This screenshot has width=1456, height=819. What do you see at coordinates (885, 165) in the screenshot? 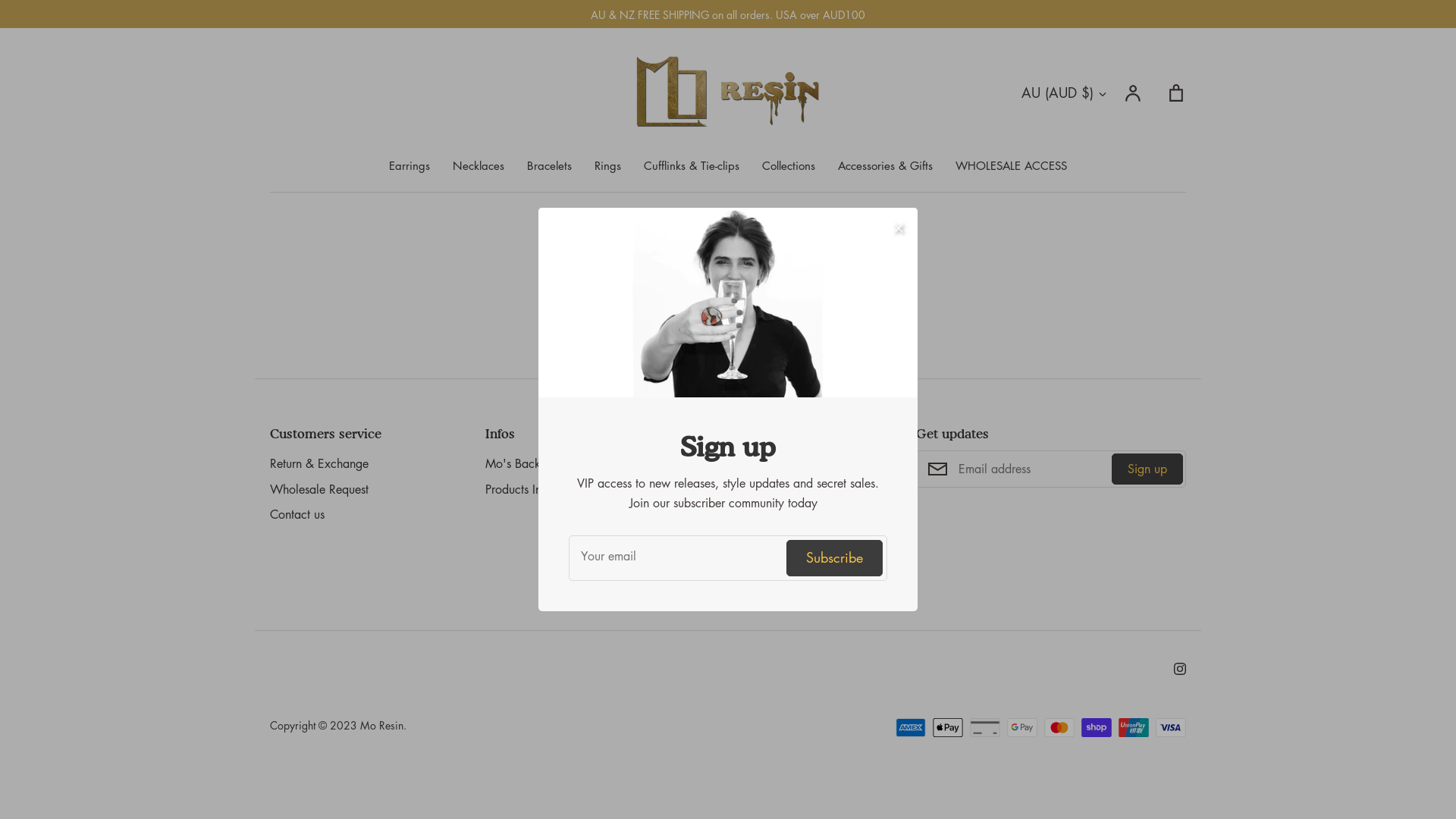
I see `'Accessories & Gifts'` at bounding box center [885, 165].